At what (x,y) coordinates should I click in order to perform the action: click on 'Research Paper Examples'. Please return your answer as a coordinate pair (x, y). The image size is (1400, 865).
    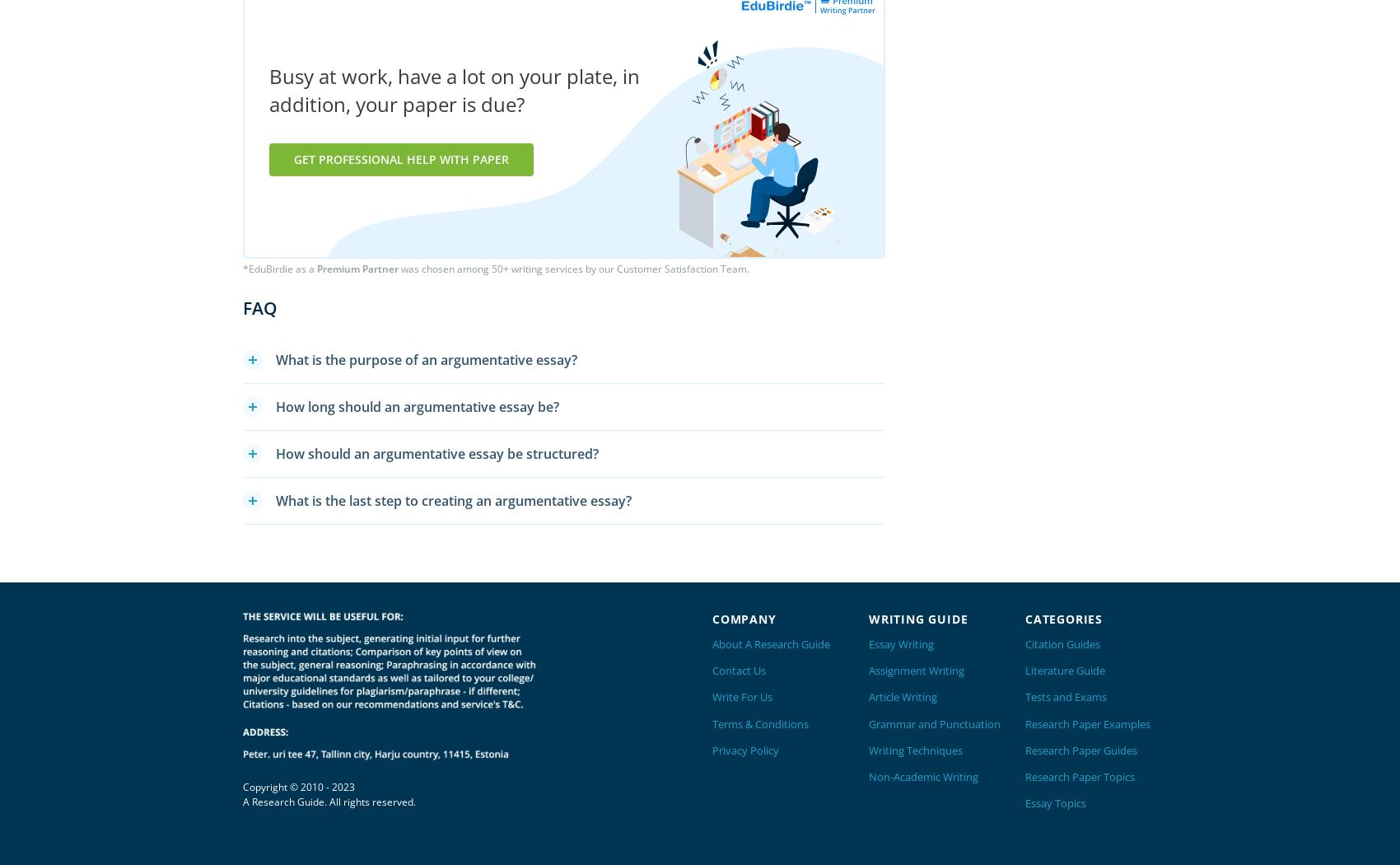
    Looking at the image, I should click on (1088, 722).